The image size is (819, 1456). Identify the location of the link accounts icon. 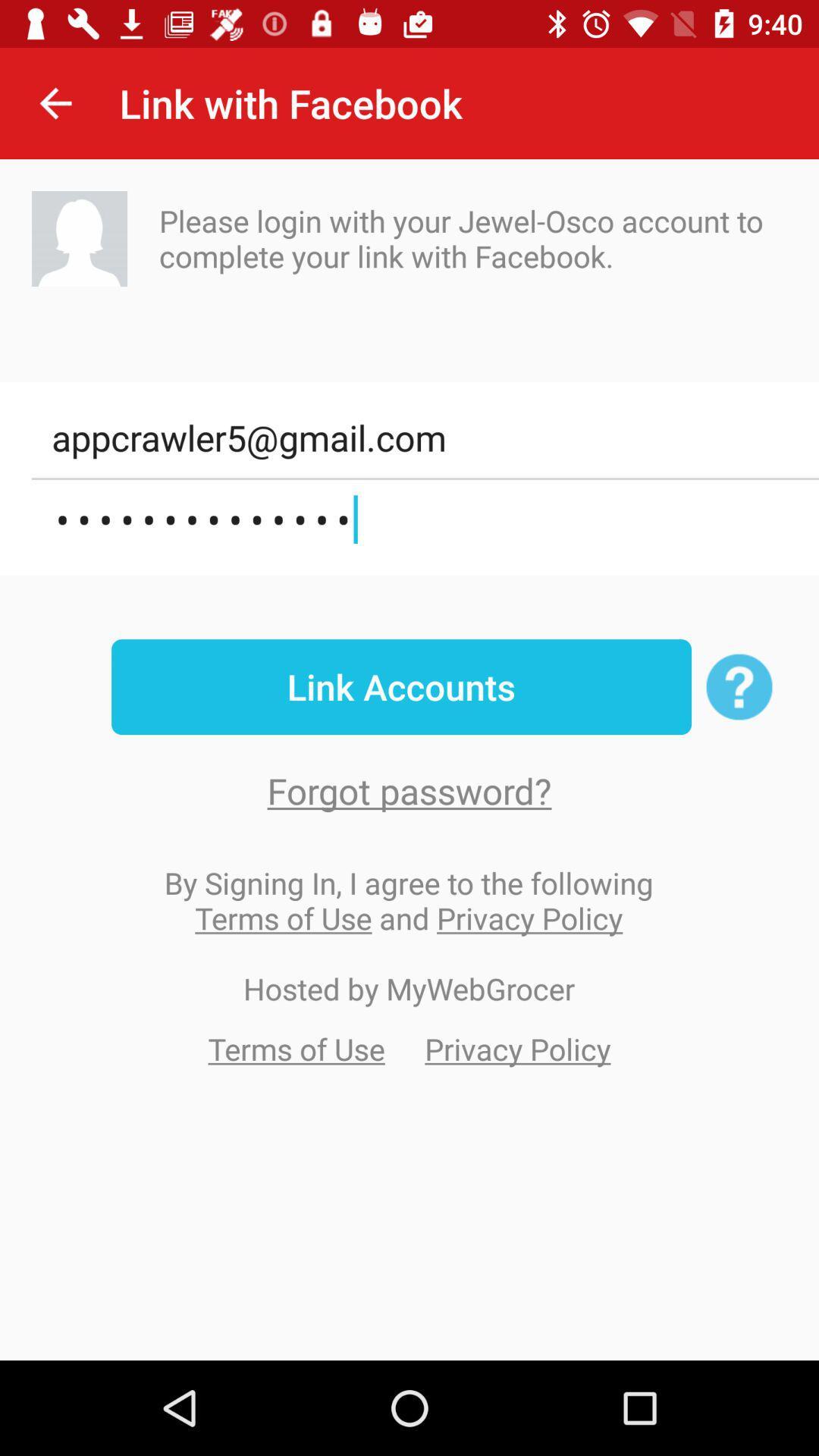
(400, 686).